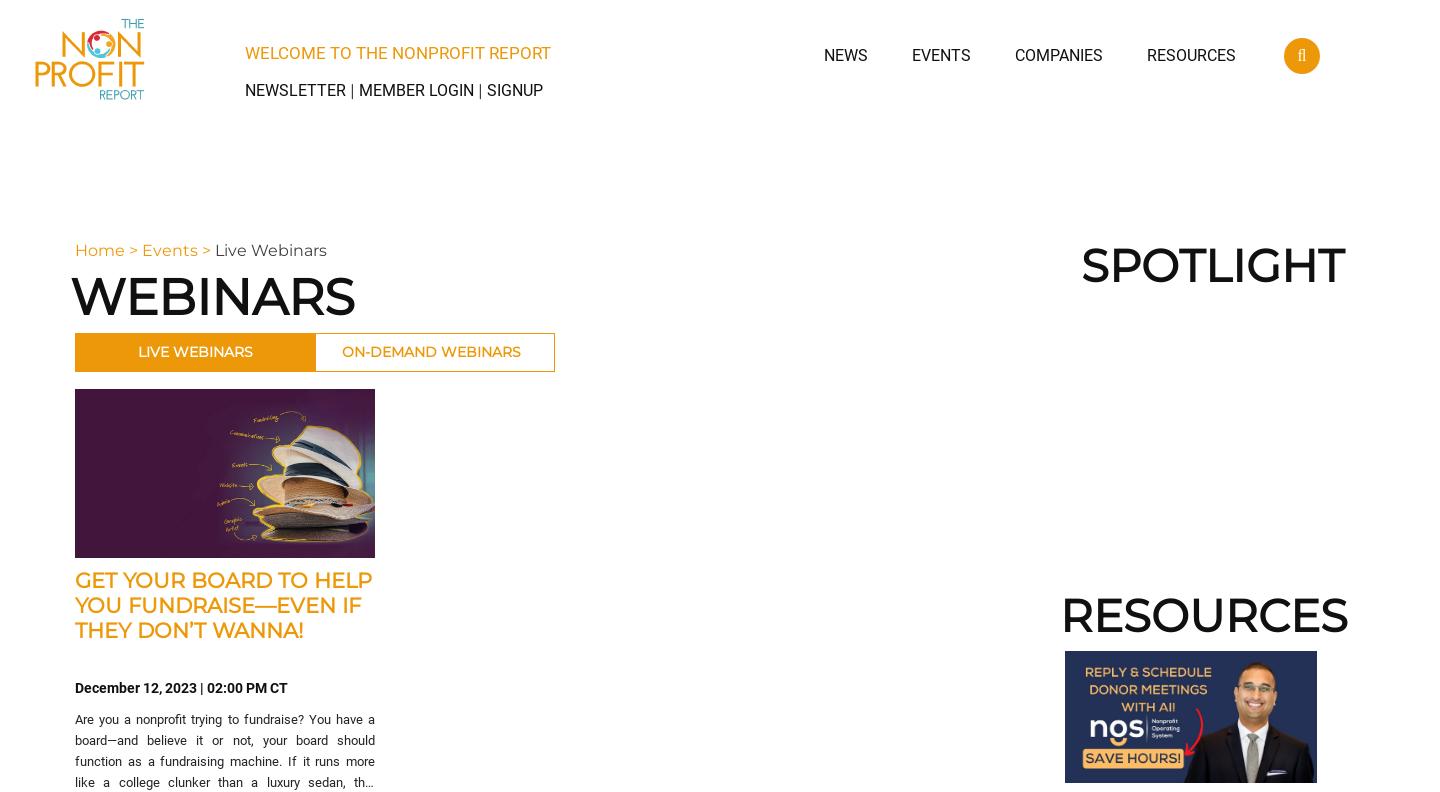  I want to click on 'News', so click(843, 55).